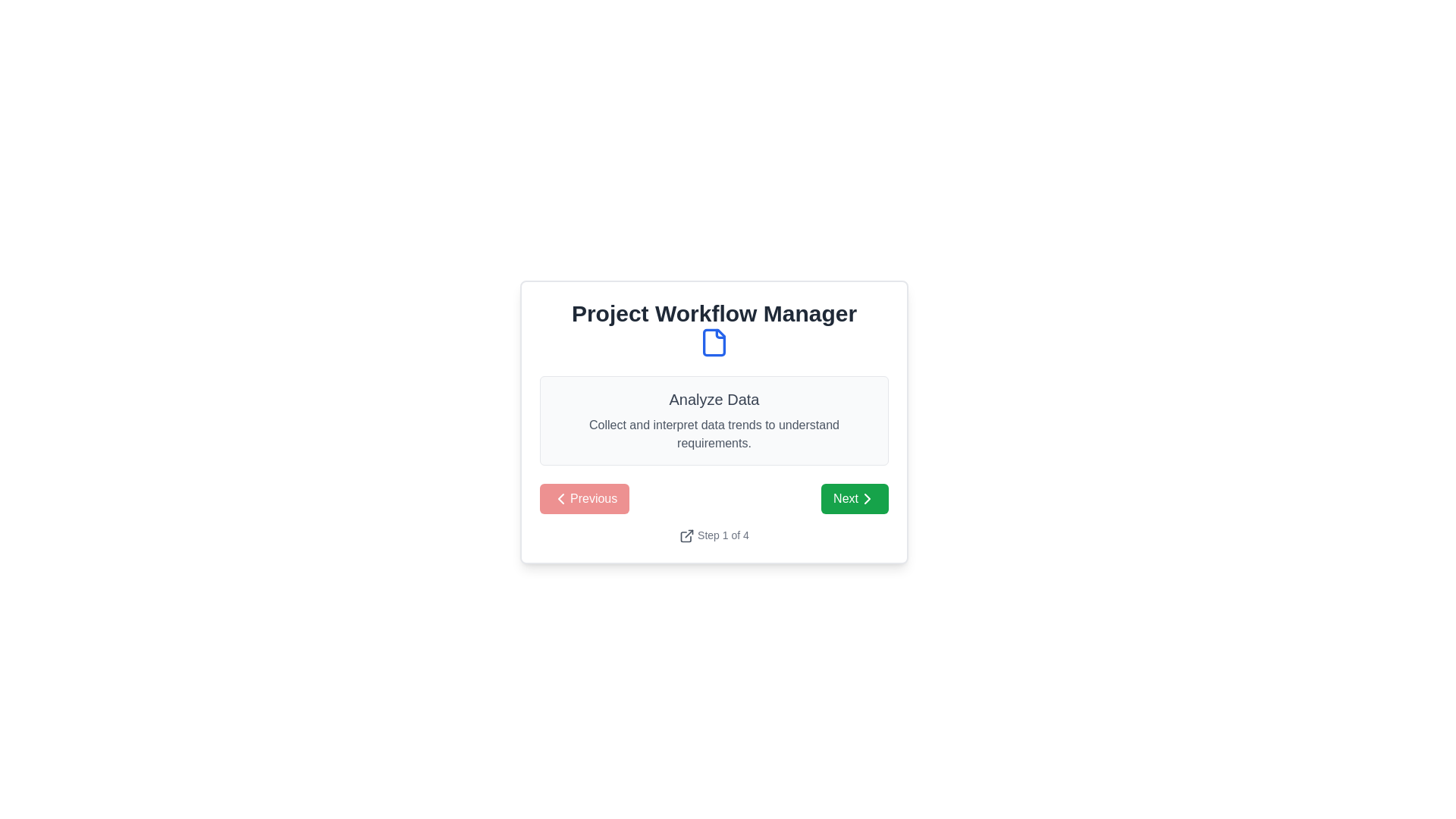  What do you see at coordinates (855, 499) in the screenshot?
I see `the navigational button located on the rightmost side below the central informational display` at bounding box center [855, 499].